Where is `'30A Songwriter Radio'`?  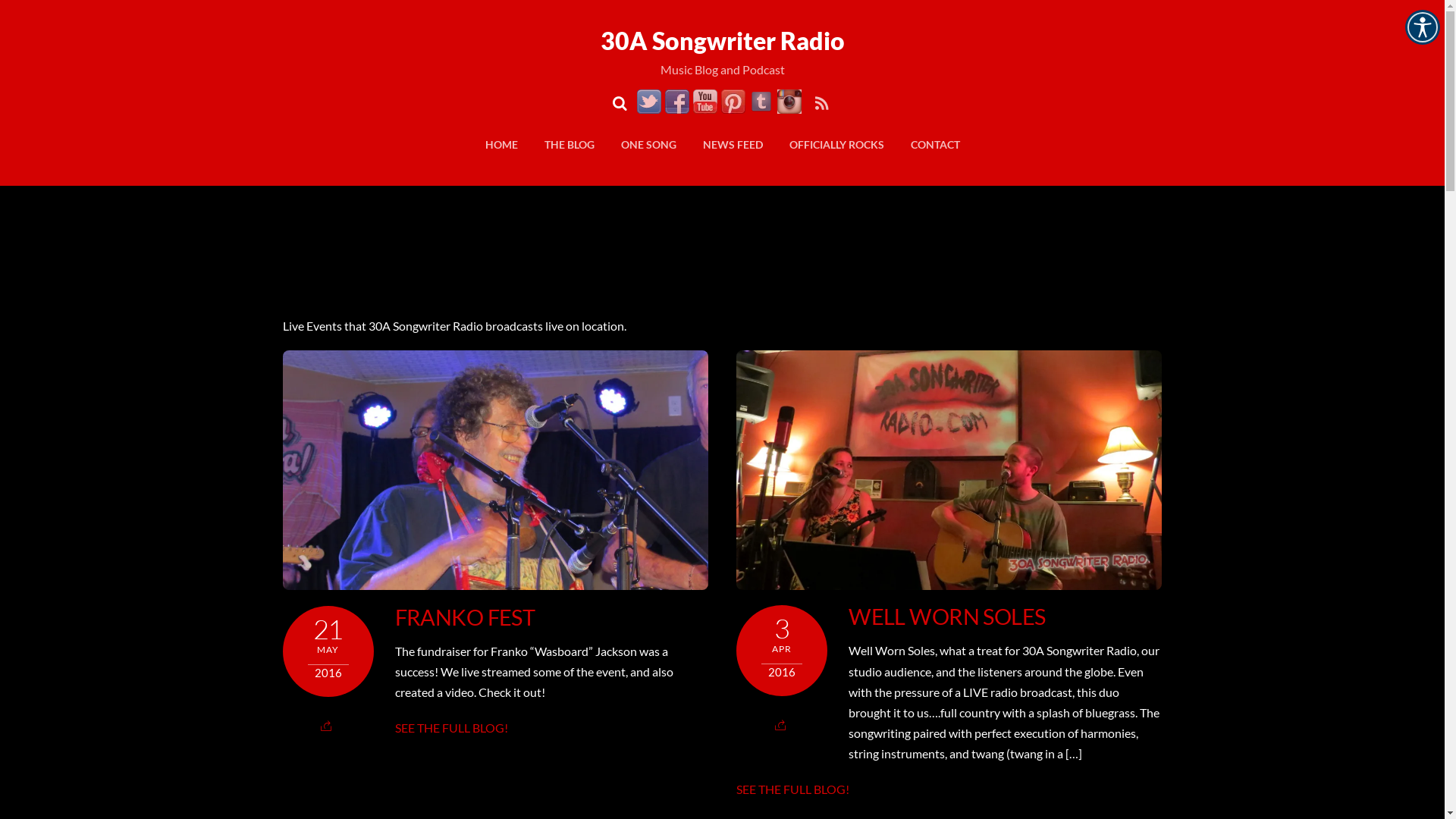
'30A Songwriter Radio' is located at coordinates (722, 39).